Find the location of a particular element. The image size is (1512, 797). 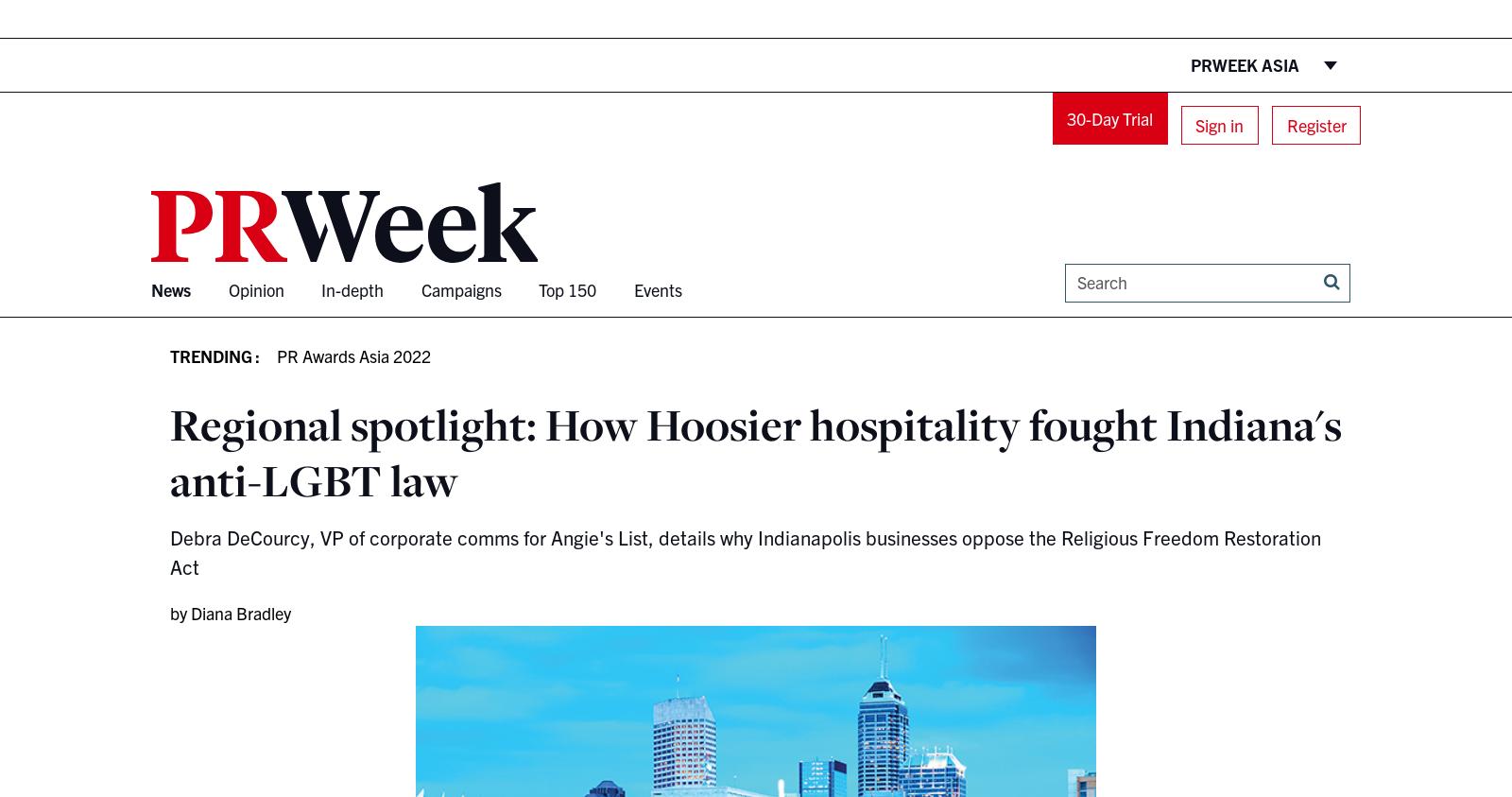

'Events' is located at coordinates (657, 288).